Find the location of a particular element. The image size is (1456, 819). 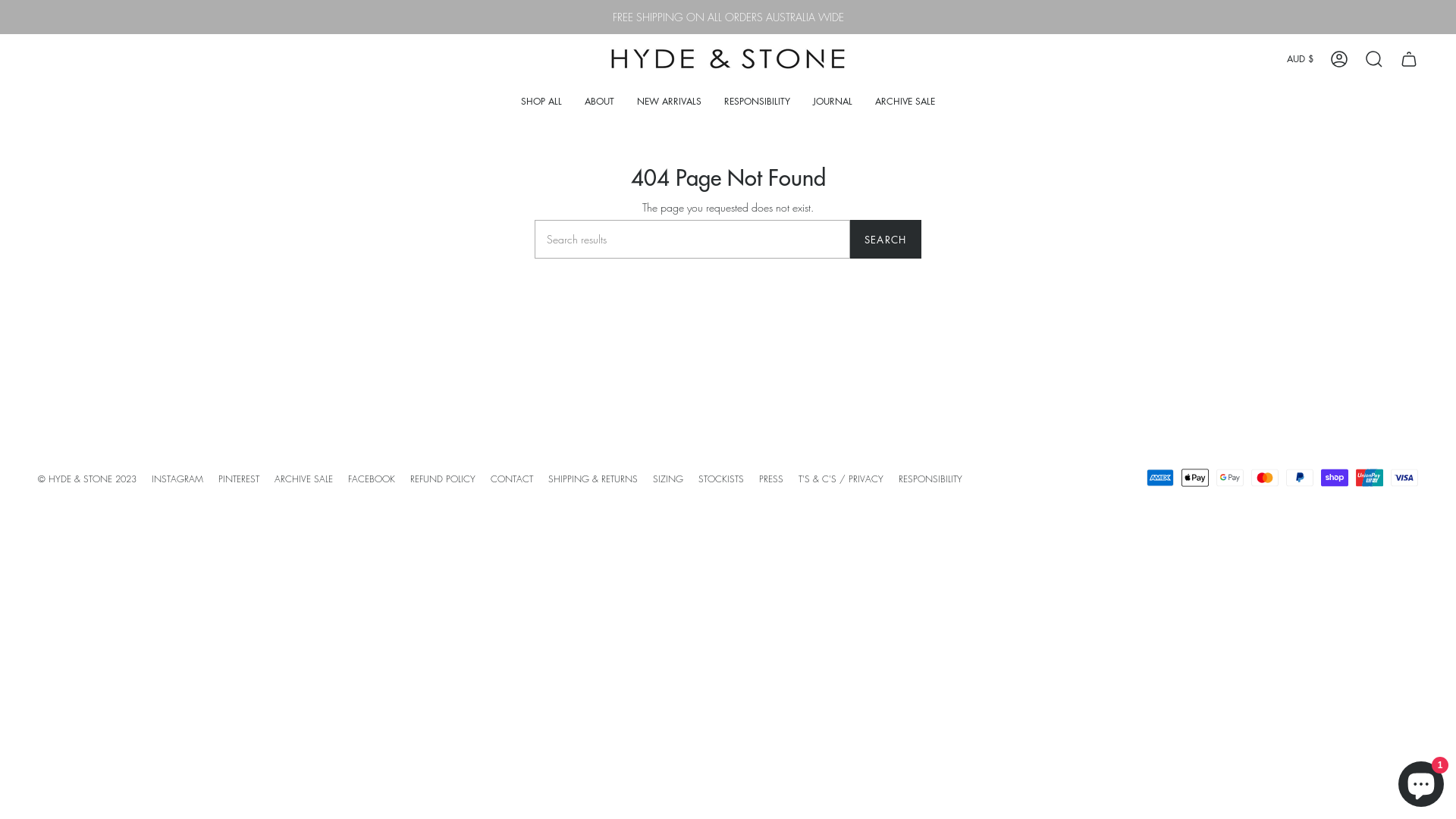

'SHIPPING & RETURNS' is located at coordinates (592, 479).